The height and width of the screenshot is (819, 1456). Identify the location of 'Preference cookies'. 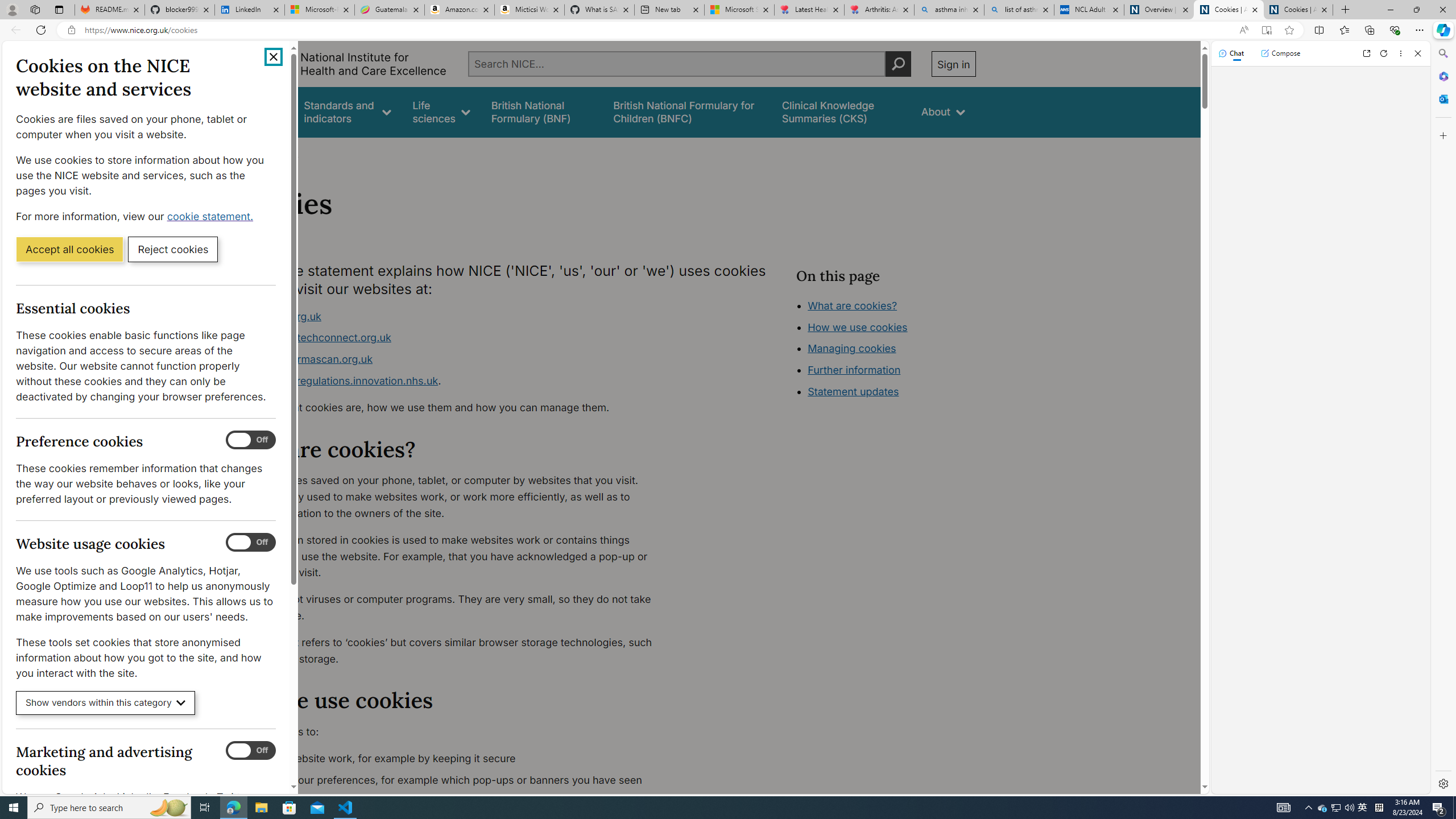
(250, 440).